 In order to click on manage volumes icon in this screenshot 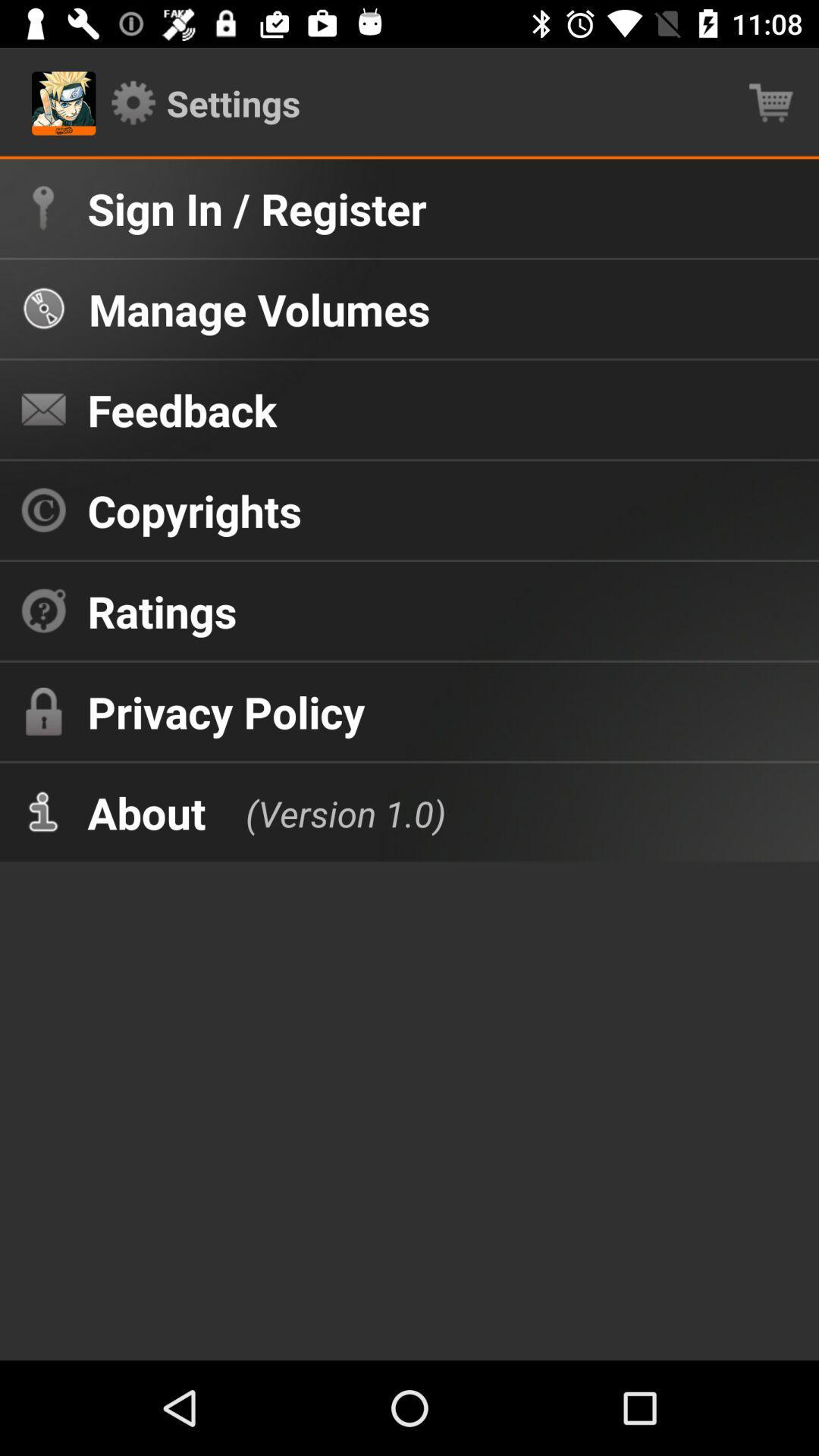, I will do `click(259, 308)`.